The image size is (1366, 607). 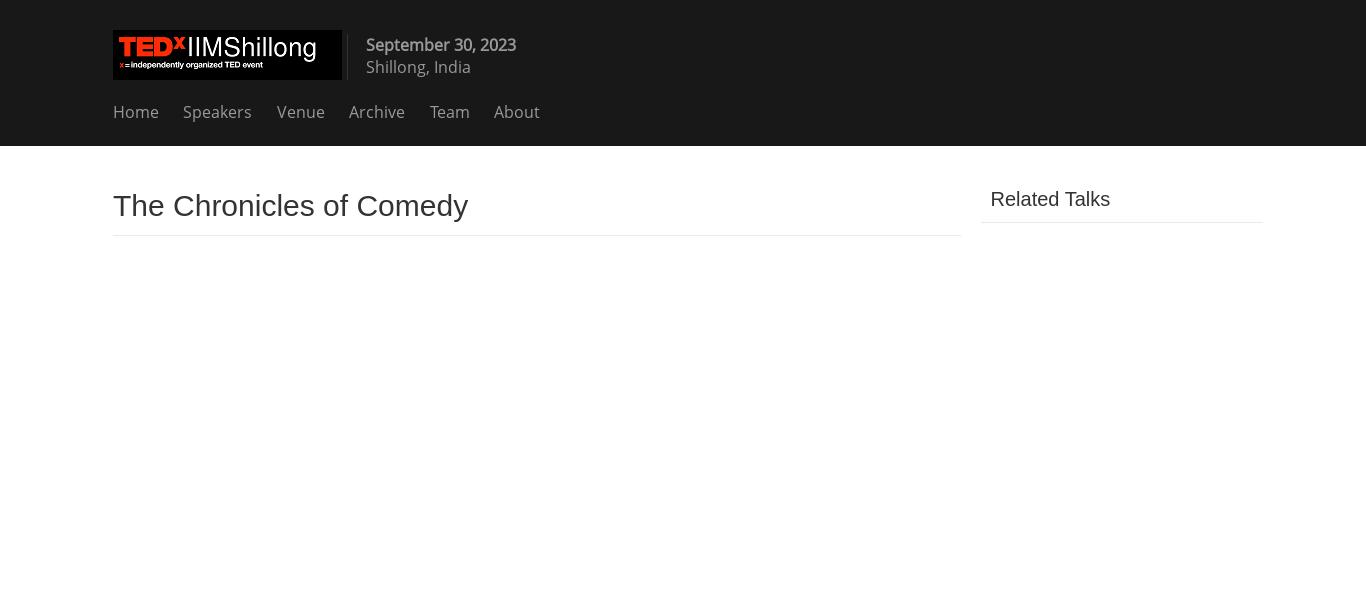 What do you see at coordinates (517, 110) in the screenshot?
I see `'About'` at bounding box center [517, 110].